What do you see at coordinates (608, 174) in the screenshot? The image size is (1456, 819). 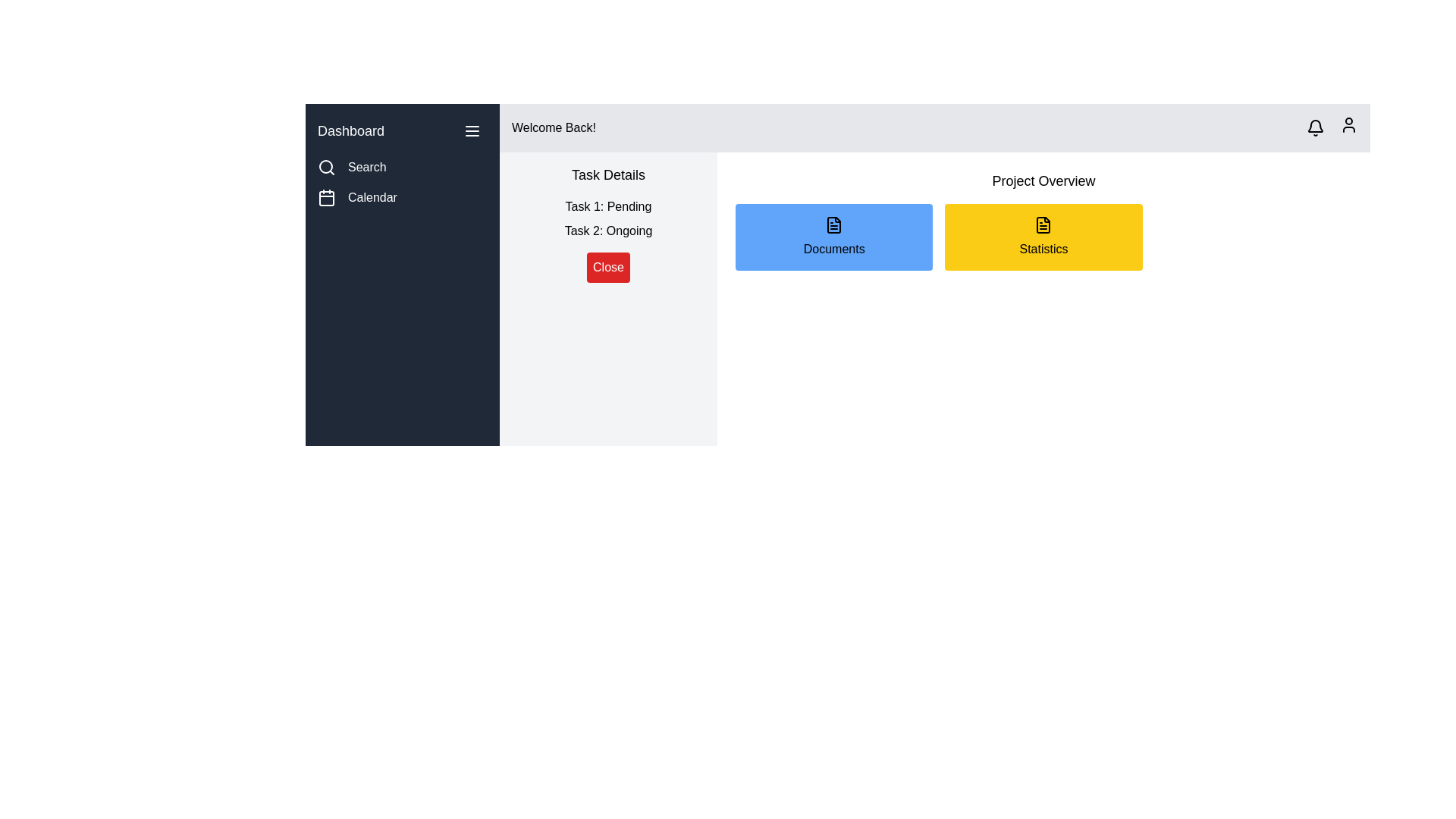 I see `title text 'Task Details' that serves as the header for the task information box located at the top of the leftmost white box` at bounding box center [608, 174].